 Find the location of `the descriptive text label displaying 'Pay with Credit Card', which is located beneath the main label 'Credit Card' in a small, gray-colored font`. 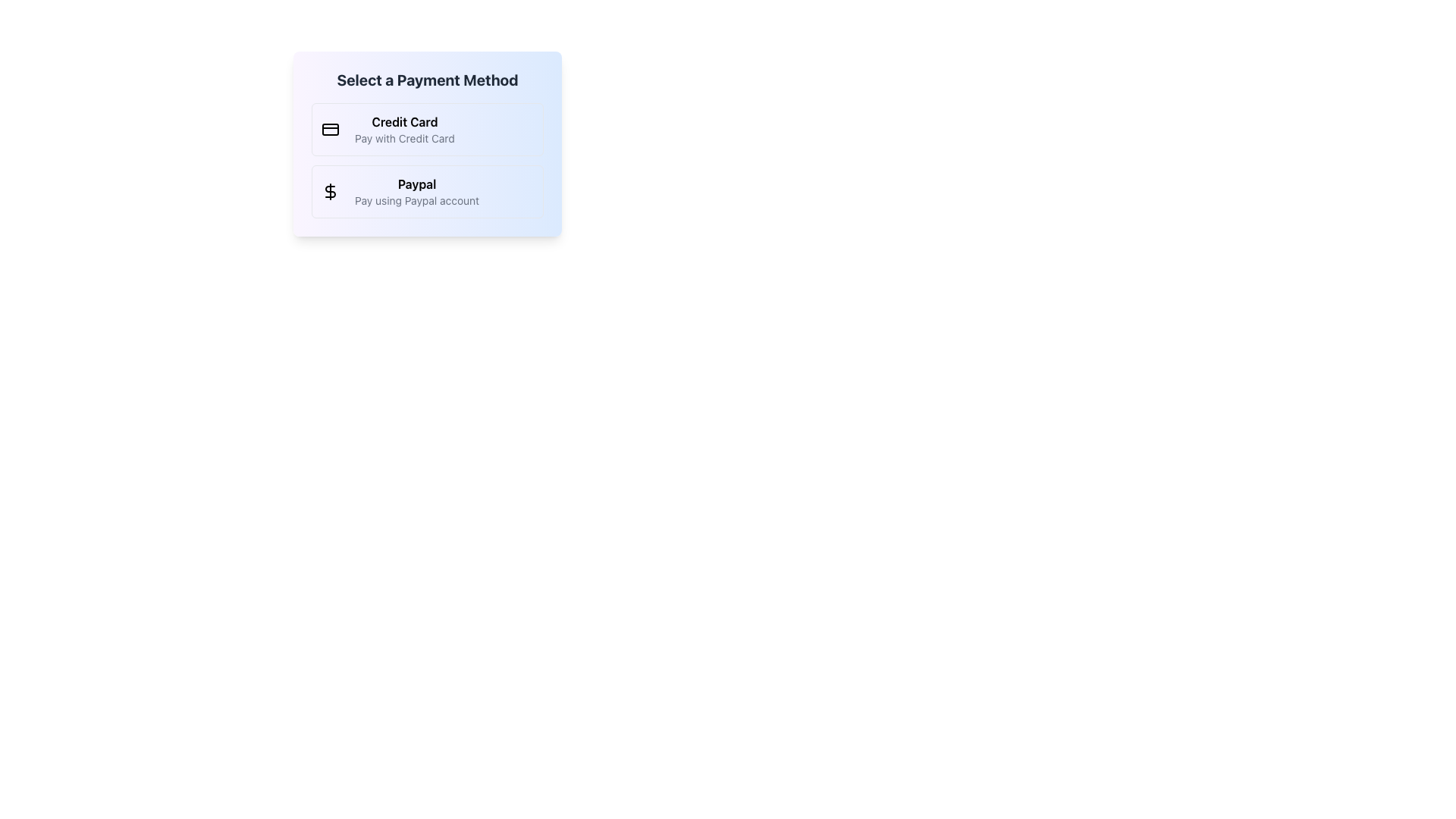

the descriptive text label displaying 'Pay with Credit Card', which is located beneath the main label 'Credit Card' in a small, gray-colored font is located at coordinates (404, 138).